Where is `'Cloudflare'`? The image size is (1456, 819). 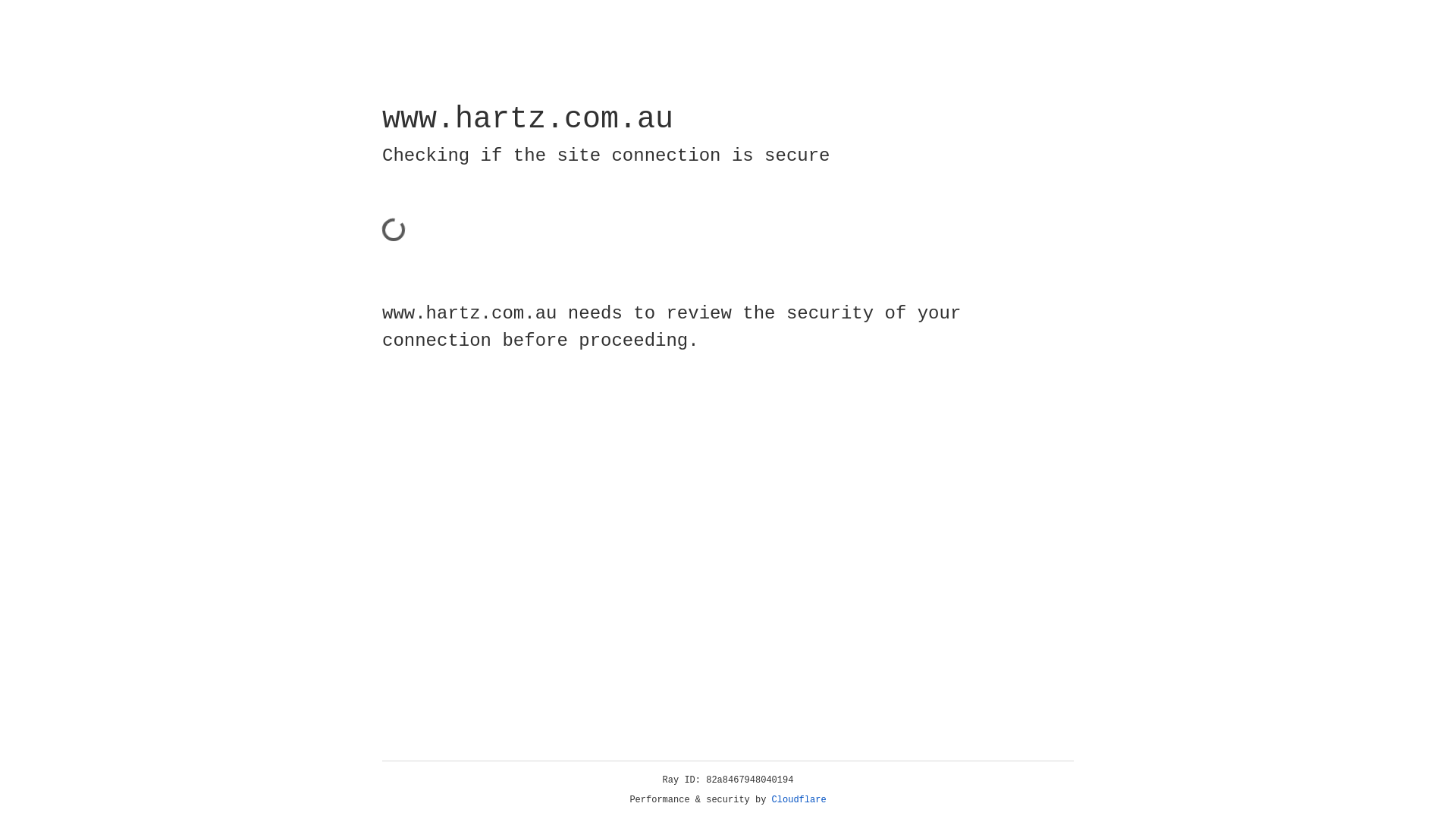
'Cloudflare' is located at coordinates (799, 799).